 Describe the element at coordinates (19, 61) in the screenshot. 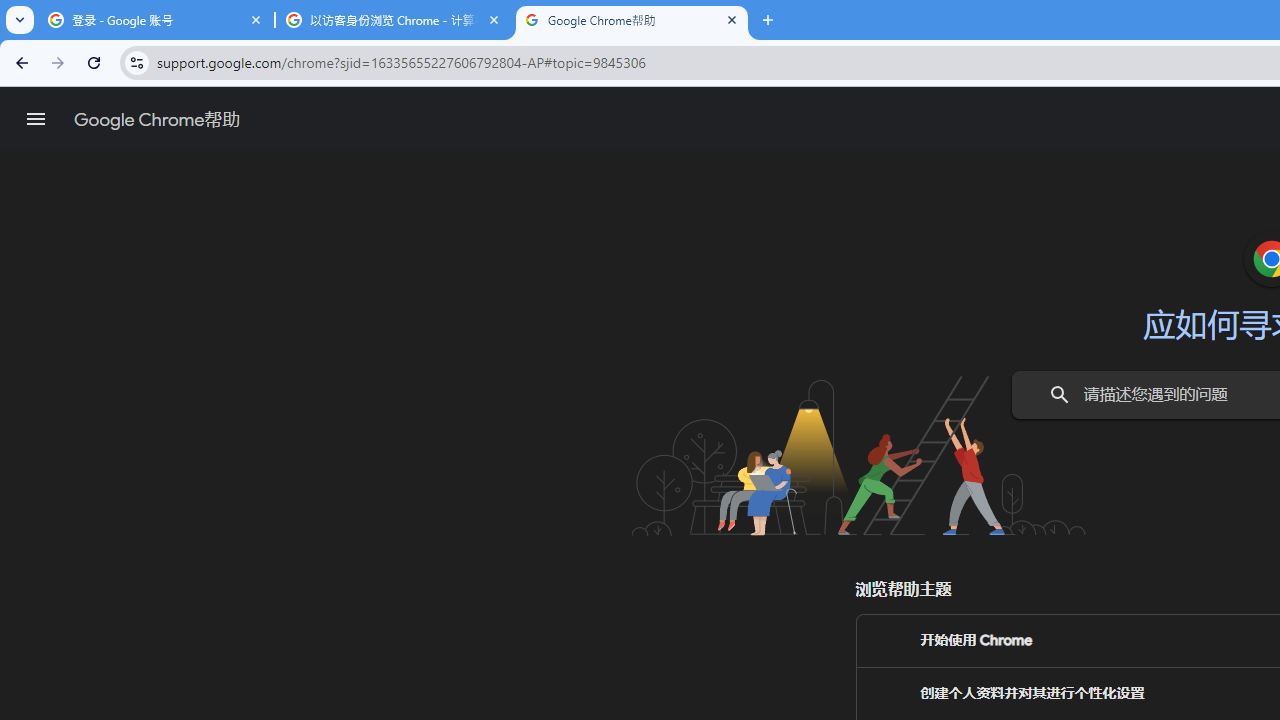

I see `'Back'` at that location.